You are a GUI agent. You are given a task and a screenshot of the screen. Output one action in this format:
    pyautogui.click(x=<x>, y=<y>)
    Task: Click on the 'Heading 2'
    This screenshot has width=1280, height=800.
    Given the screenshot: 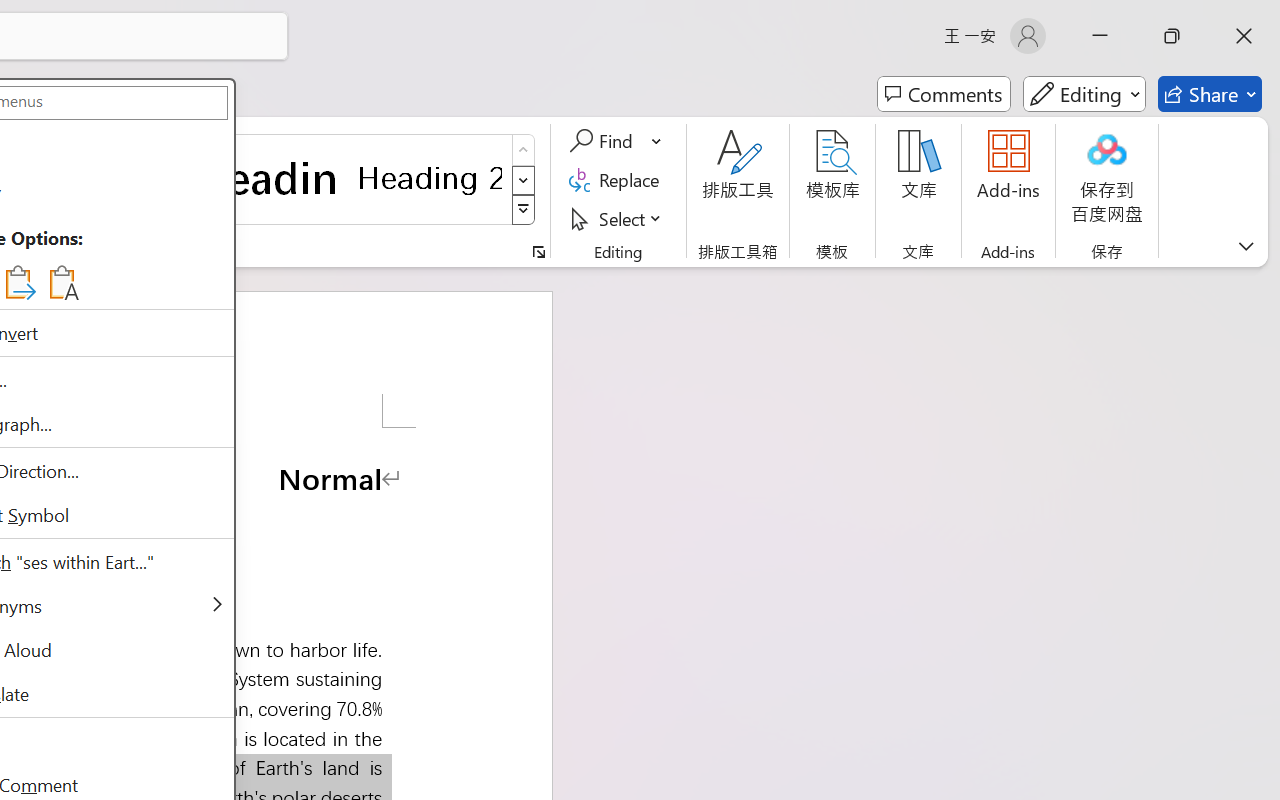 What is the action you would take?
    pyautogui.click(x=429, y=177)
    